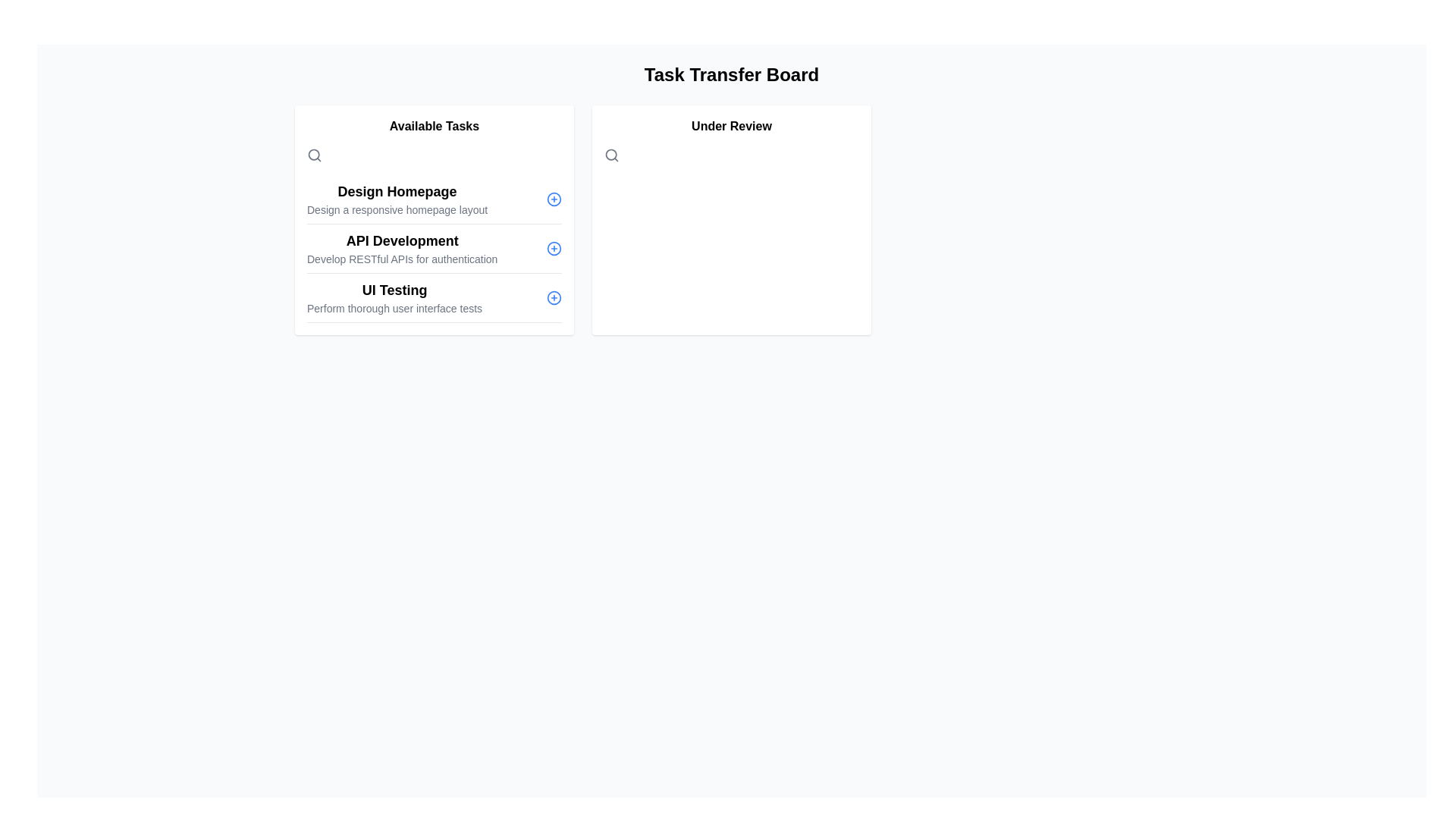  I want to click on text content of the bolded heading 'Design Homepage' located in the 'Available Tasks' section of the left panel, so click(397, 191).